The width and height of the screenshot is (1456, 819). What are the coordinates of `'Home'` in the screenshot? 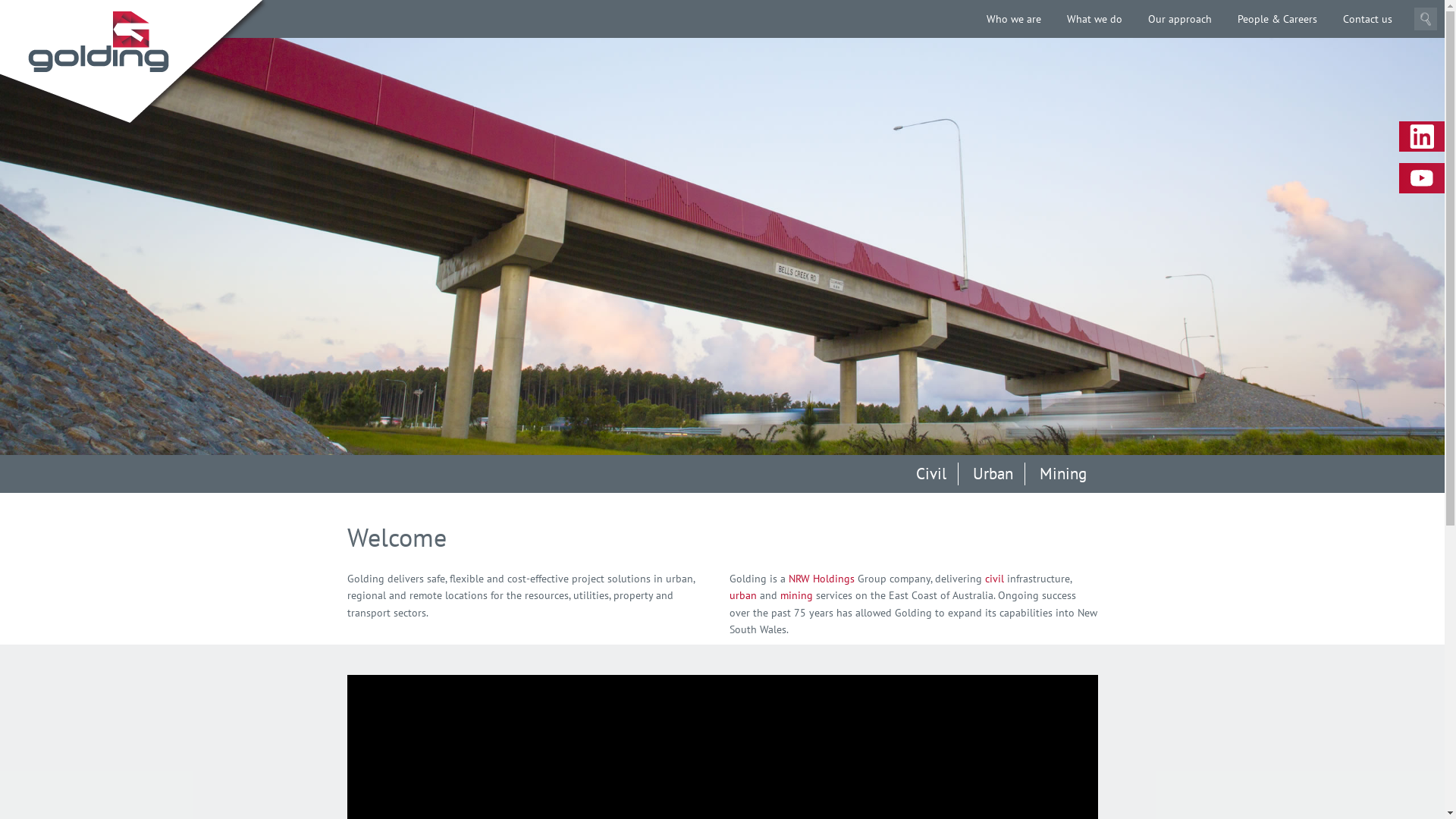 It's located at (97, 40).